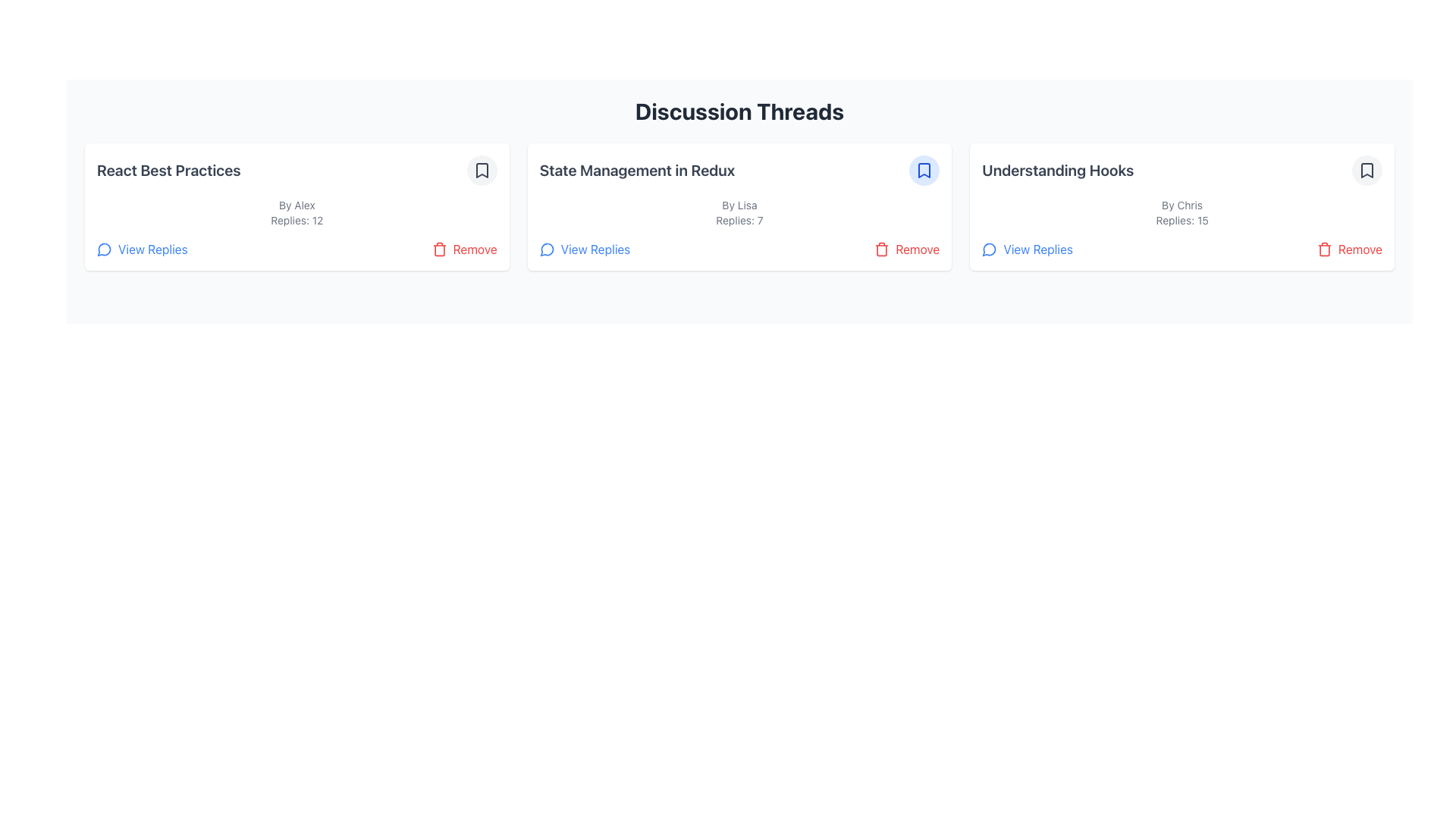 This screenshot has height=819, width=1456. I want to click on the red trash bin icon located within the 'Remove' button area associated with the 'Understanding Hooks' discussion card, so click(1324, 248).